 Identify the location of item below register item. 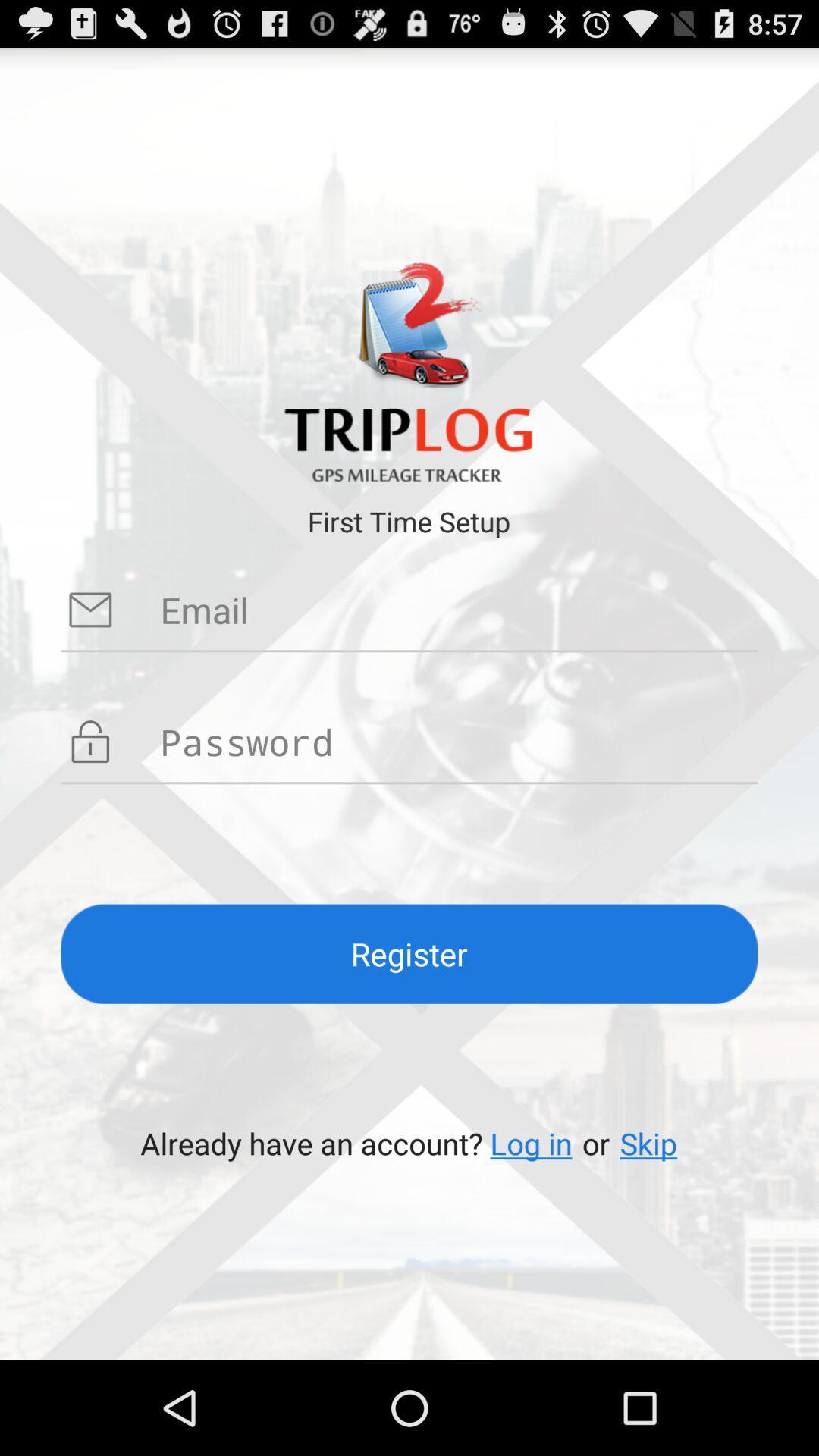
(648, 1143).